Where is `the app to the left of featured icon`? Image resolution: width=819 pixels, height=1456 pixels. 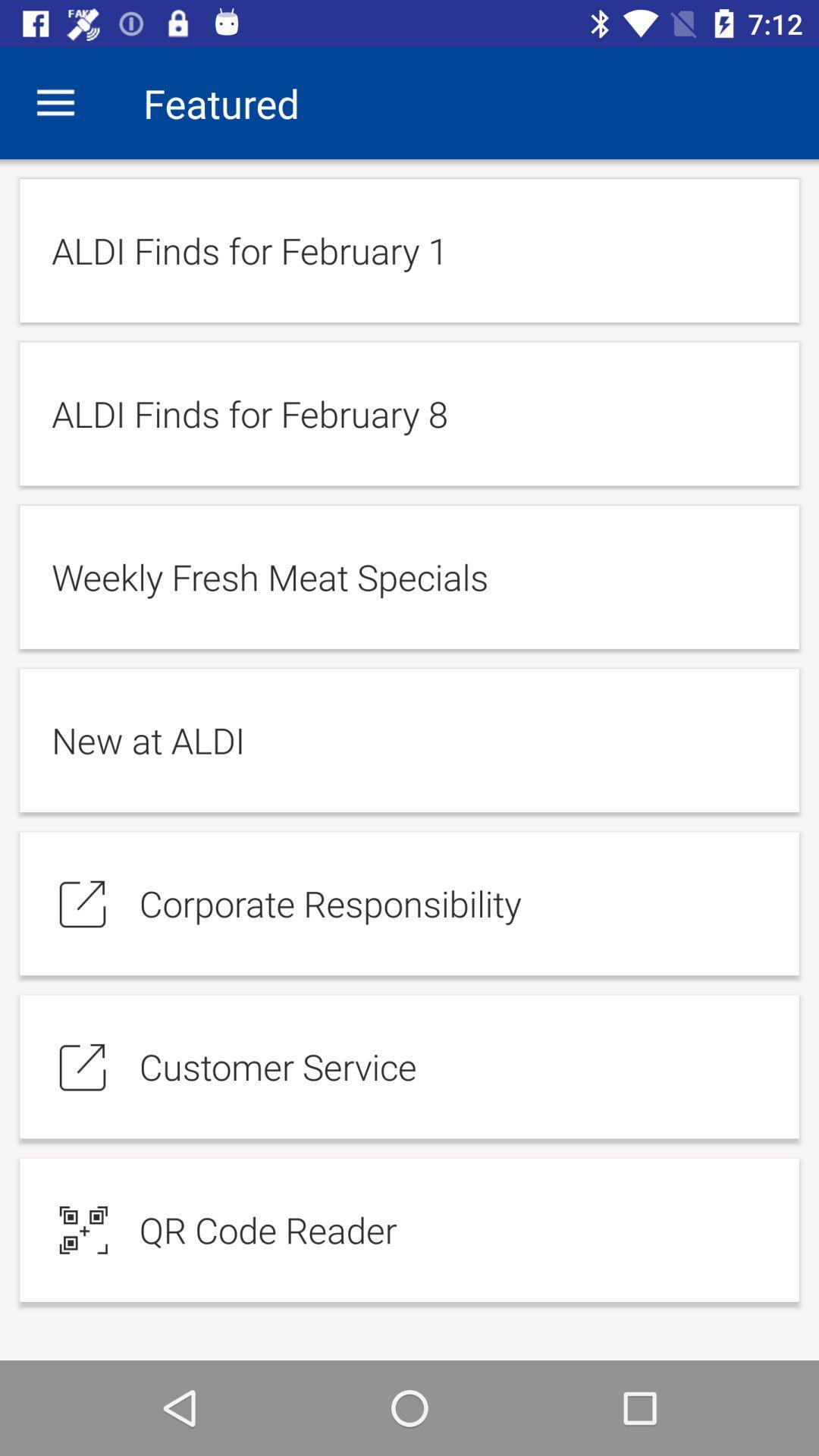 the app to the left of featured icon is located at coordinates (55, 102).